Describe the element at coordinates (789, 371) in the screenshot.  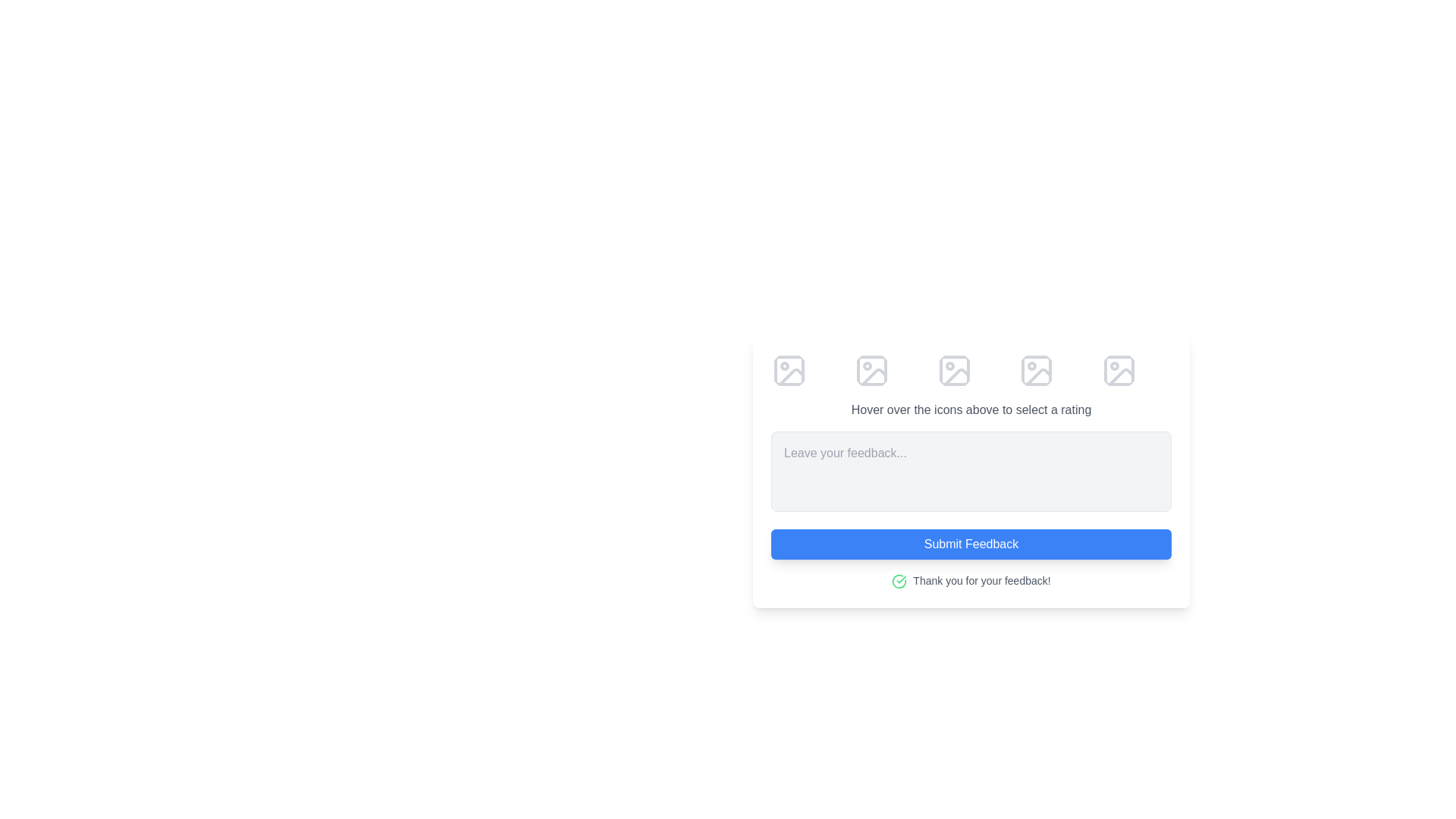
I see `the light-gray rectangular UI component with rounded edges, located inside the first image-related button at the top of the feedback form interface` at that location.